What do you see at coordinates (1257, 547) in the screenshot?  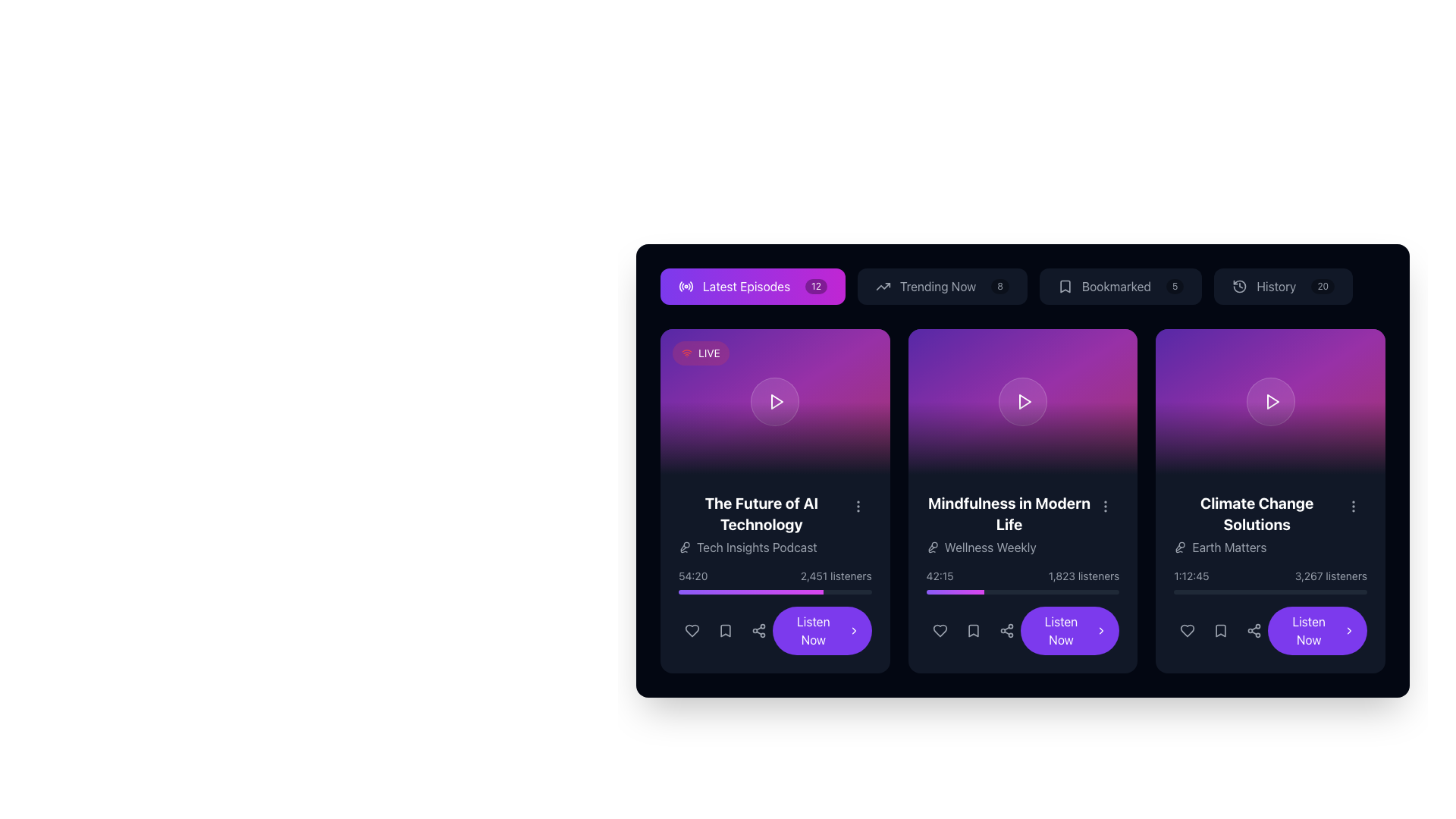 I see `the label 'Earth Matters' which is styled in gray font and features a microphone icon to its left, located beneath the title 'Climate Change Solutions' in the rightmost card of a three-card layout` at bounding box center [1257, 547].